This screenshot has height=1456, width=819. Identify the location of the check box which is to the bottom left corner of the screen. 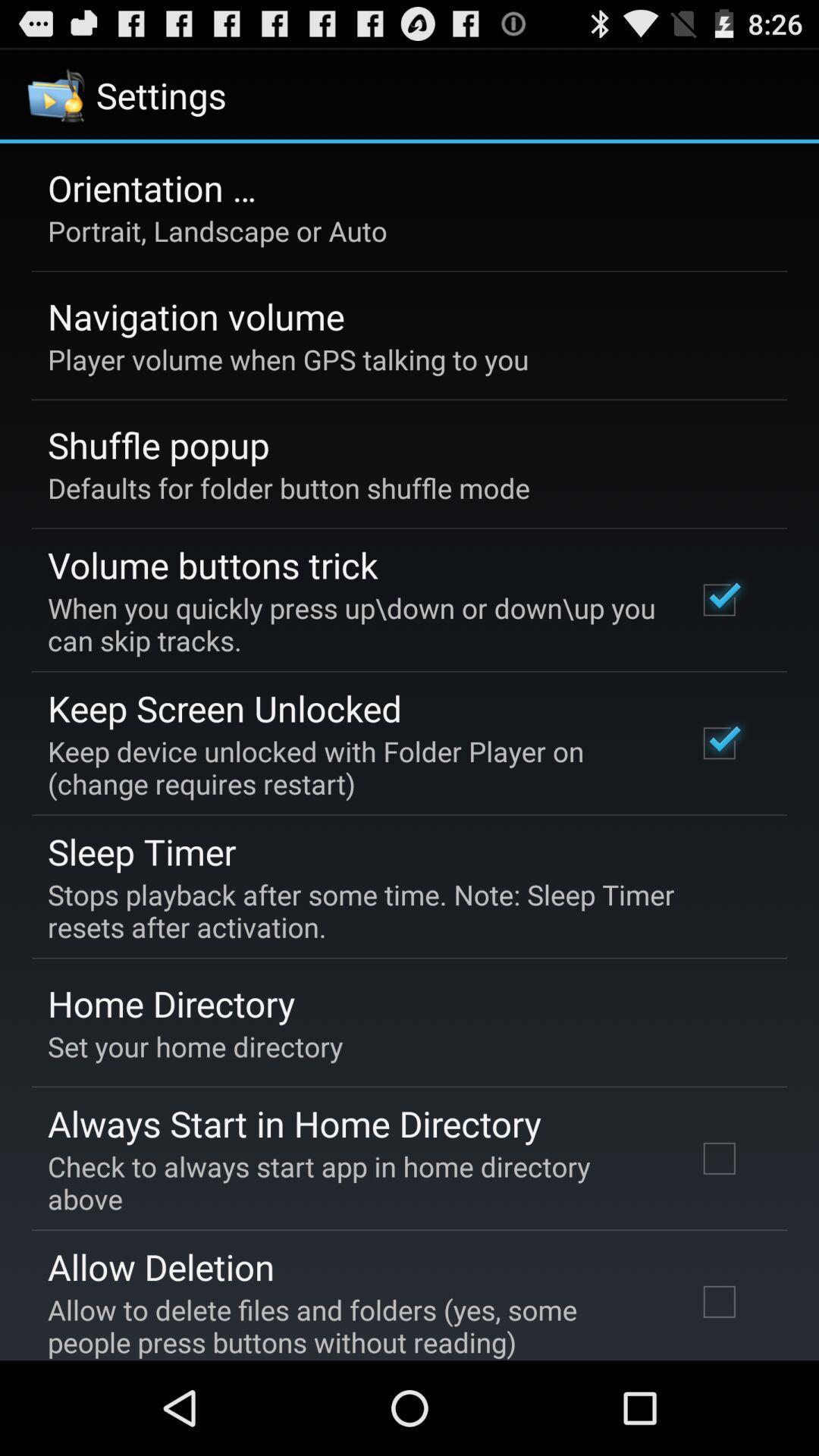
(718, 1301).